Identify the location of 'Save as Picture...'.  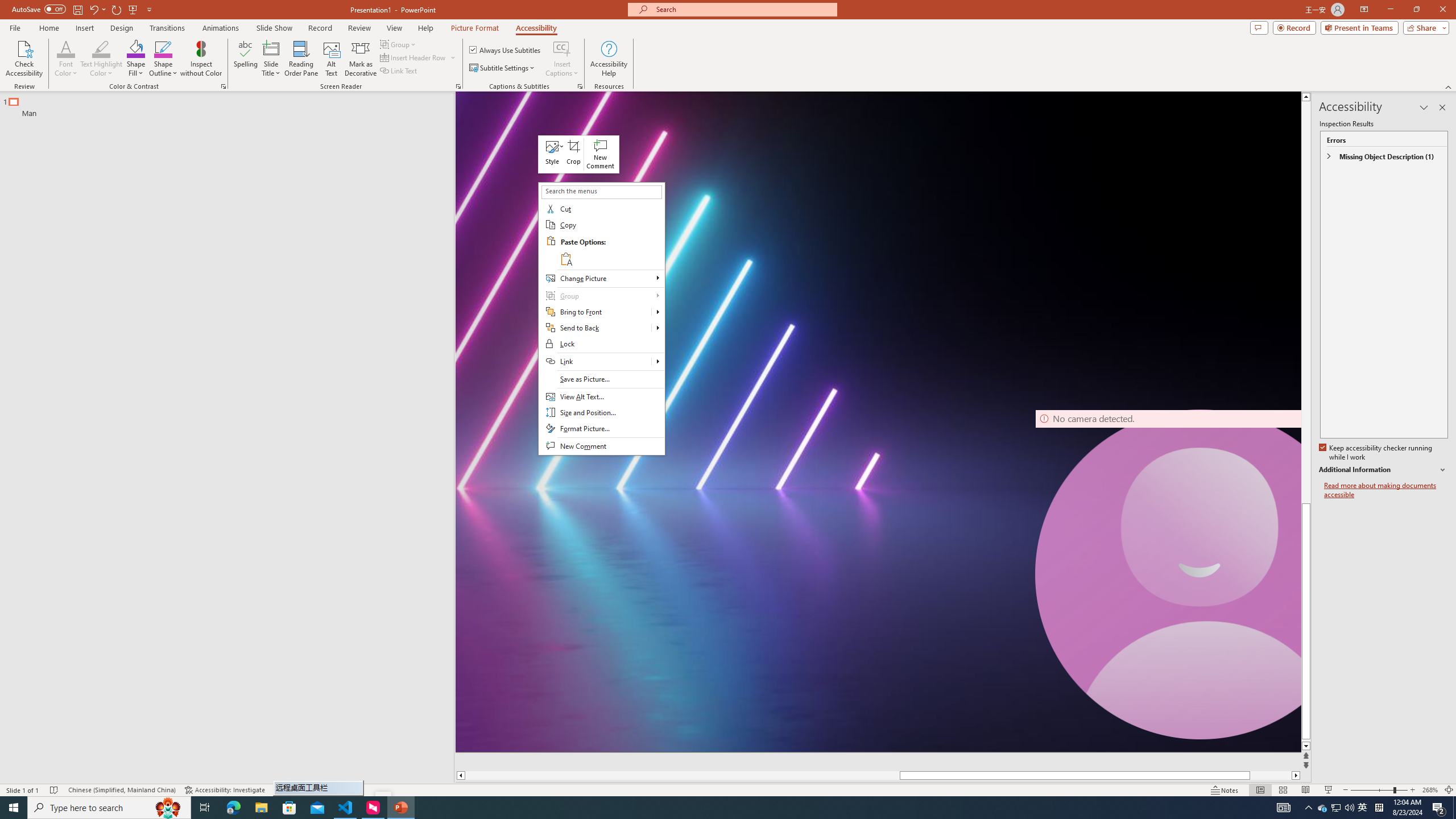
(601, 379).